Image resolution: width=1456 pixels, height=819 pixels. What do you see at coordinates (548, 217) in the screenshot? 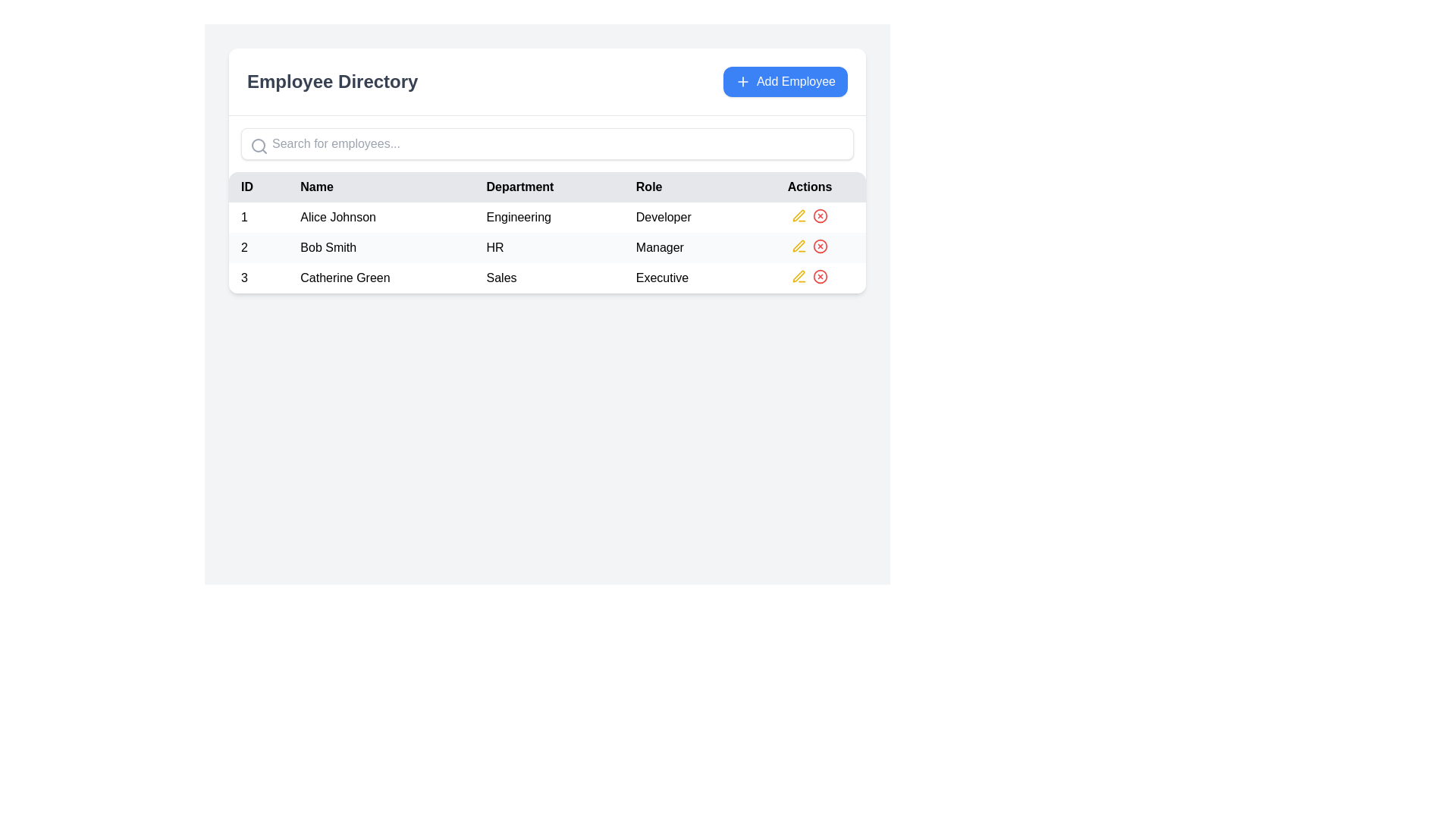
I see `the 'Engineering' text label located in the 'Department' column of the first data row, which is directly to the right of the 'Name' column containing 'Alice Johnson'` at bounding box center [548, 217].